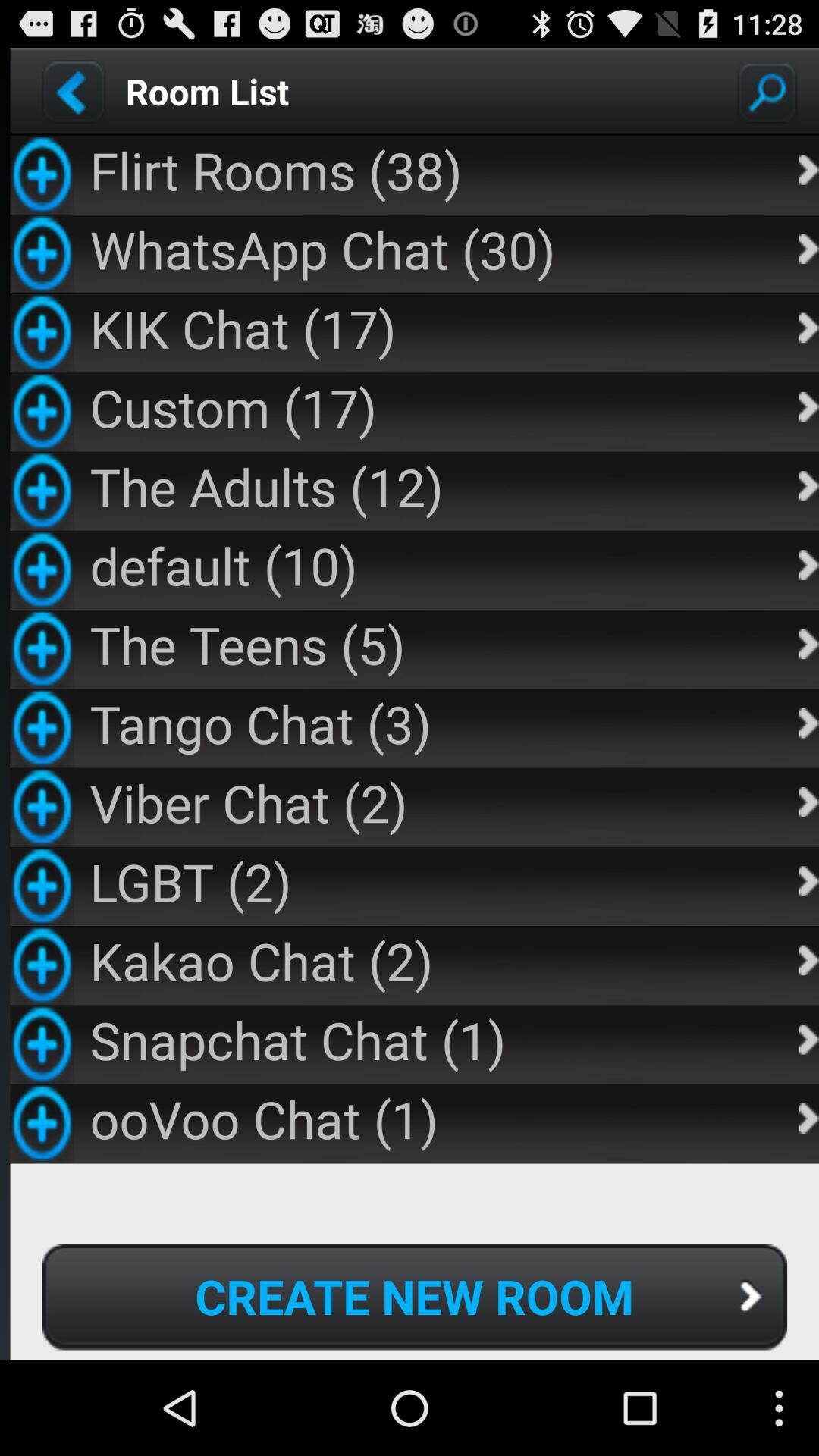 Image resolution: width=819 pixels, height=1456 pixels. What do you see at coordinates (414, 1296) in the screenshot?
I see `the create new room item` at bounding box center [414, 1296].